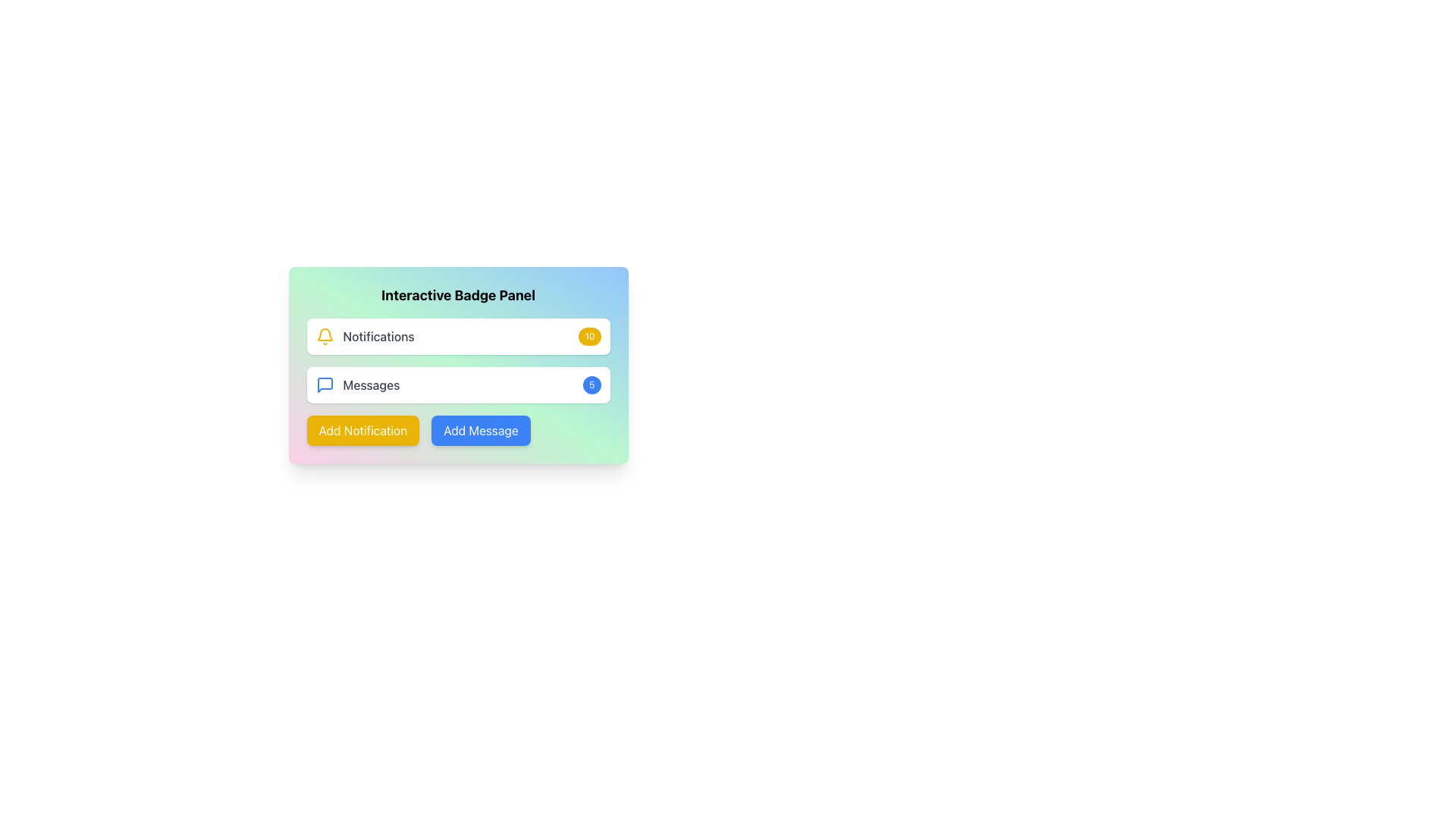  Describe the element at coordinates (365, 335) in the screenshot. I see `the 'Notifications' label which includes a yellow bell icon and gray text, located in the top-left area of the notification header` at that location.